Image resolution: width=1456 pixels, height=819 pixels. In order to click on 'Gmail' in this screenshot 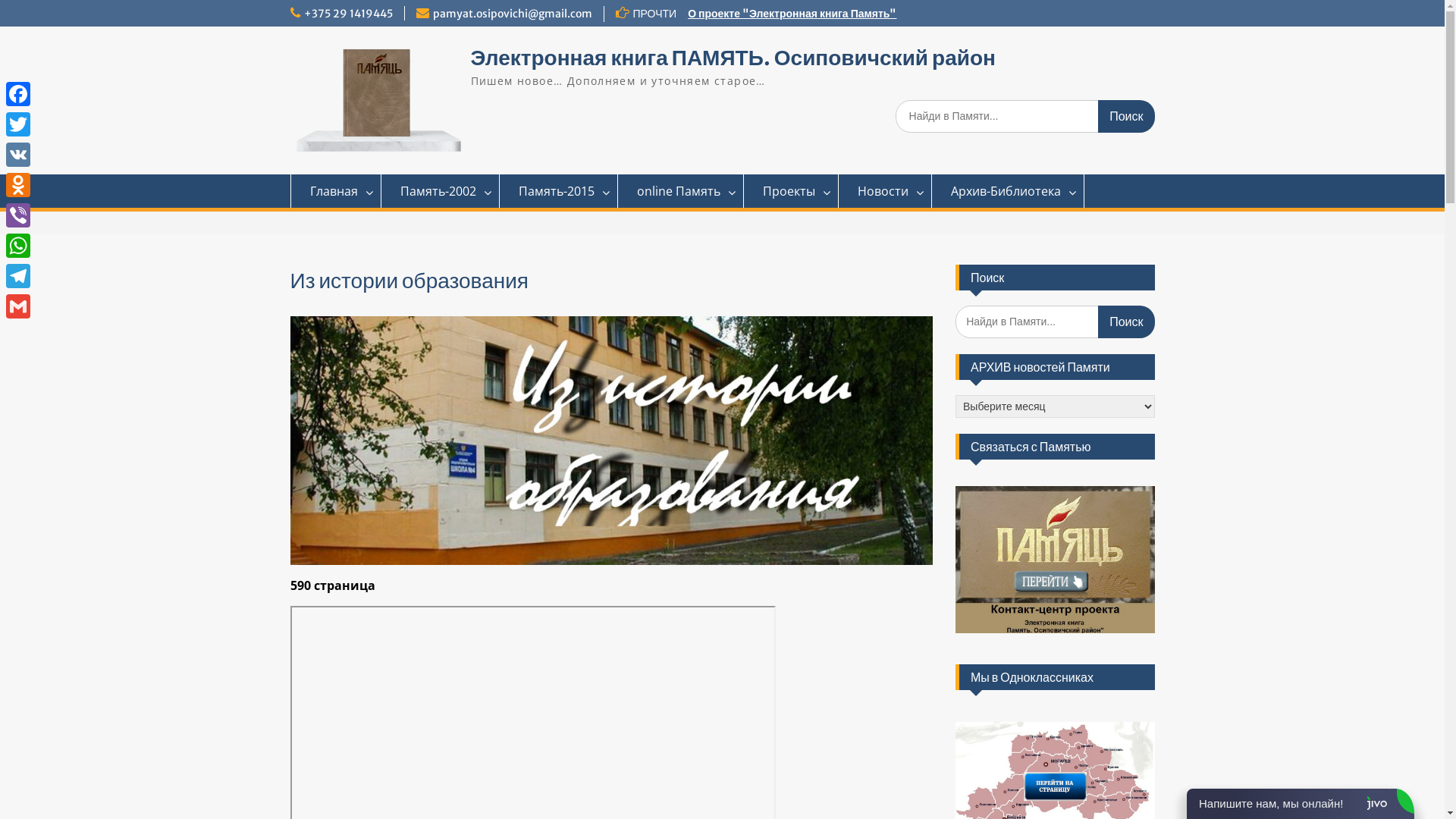, I will do `click(18, 306)`.